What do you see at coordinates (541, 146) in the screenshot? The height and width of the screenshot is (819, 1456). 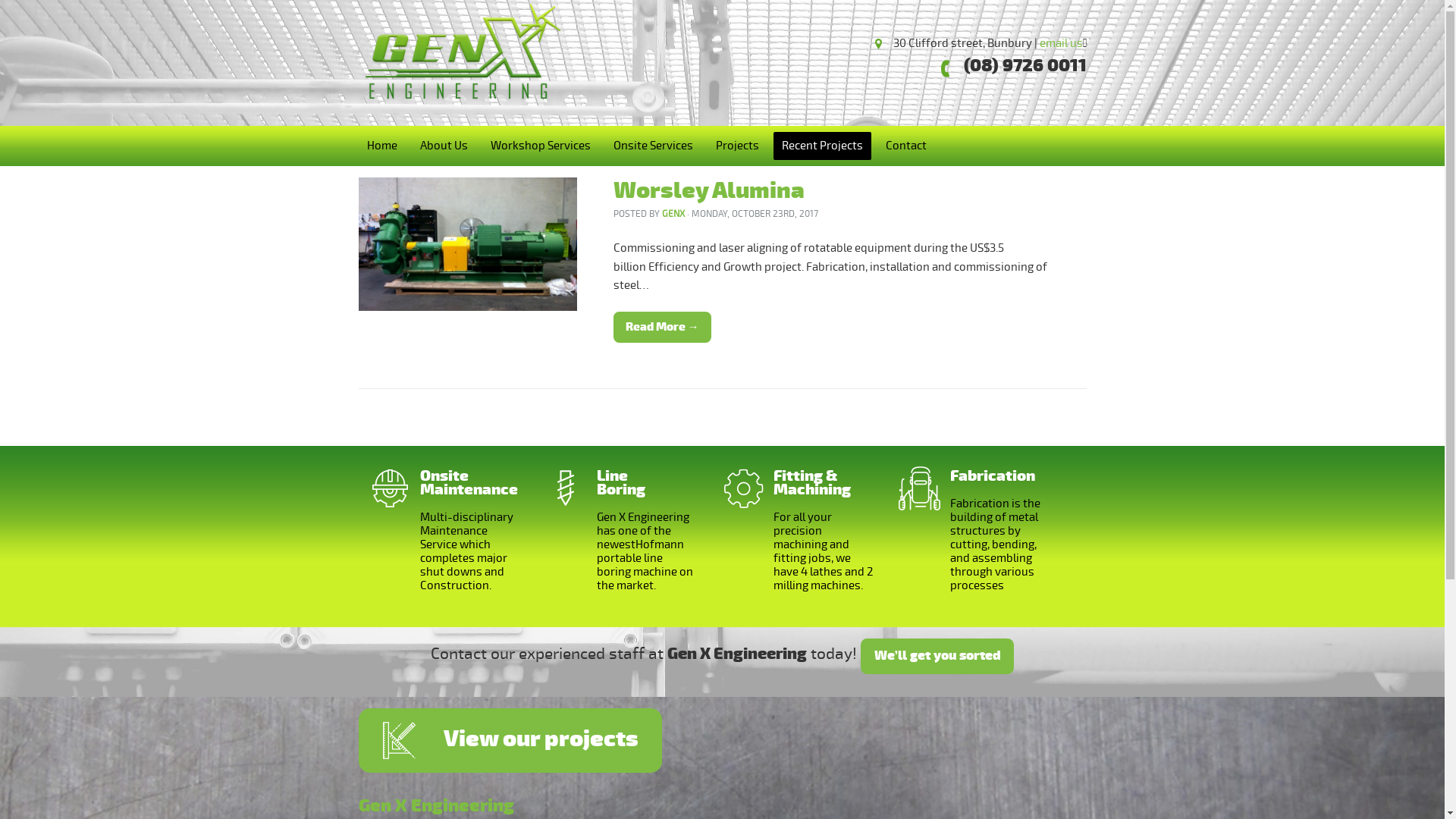 I see `'Workshop Services'` at bounding box center [541, 146].